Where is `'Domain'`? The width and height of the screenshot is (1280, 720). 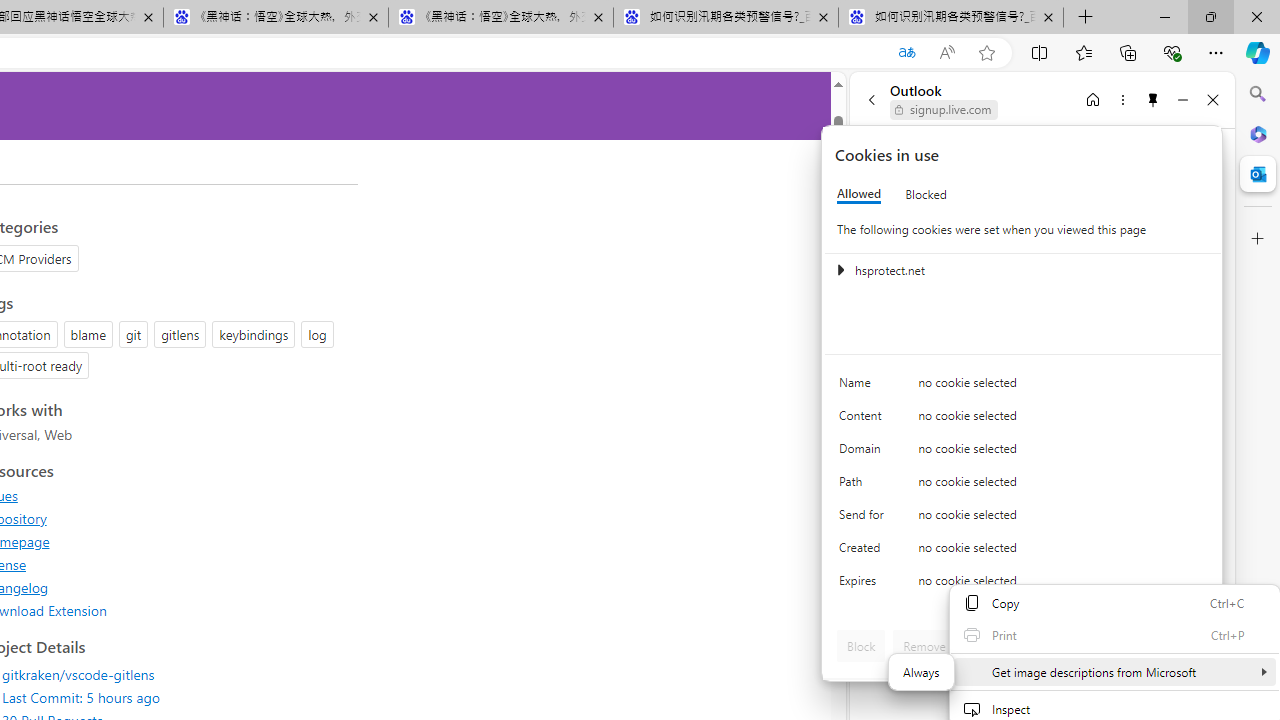
'Domain' is located at coordinates (865, 453).